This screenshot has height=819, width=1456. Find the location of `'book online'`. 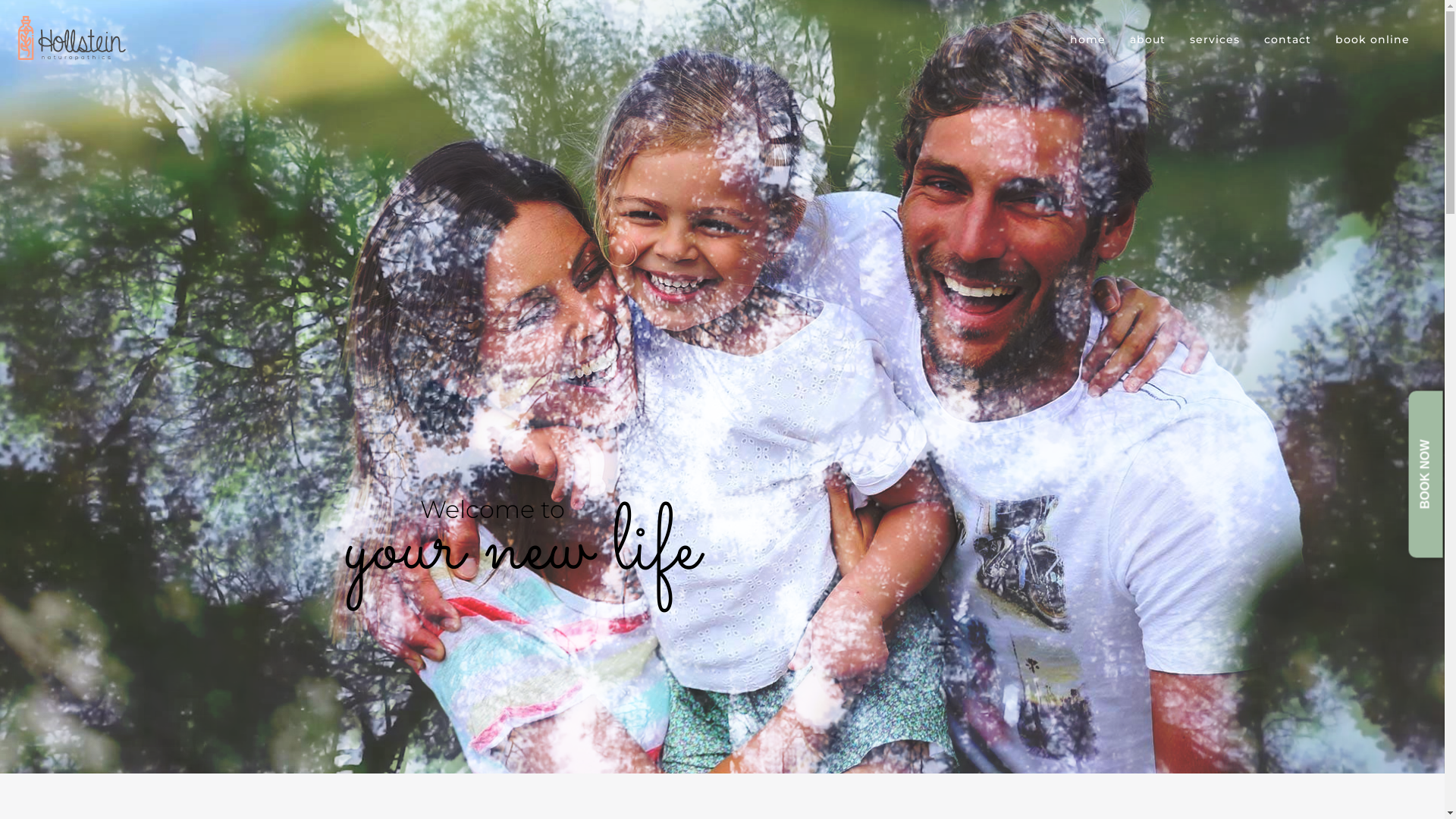

'book online' is located at coordinates (1372, 37).